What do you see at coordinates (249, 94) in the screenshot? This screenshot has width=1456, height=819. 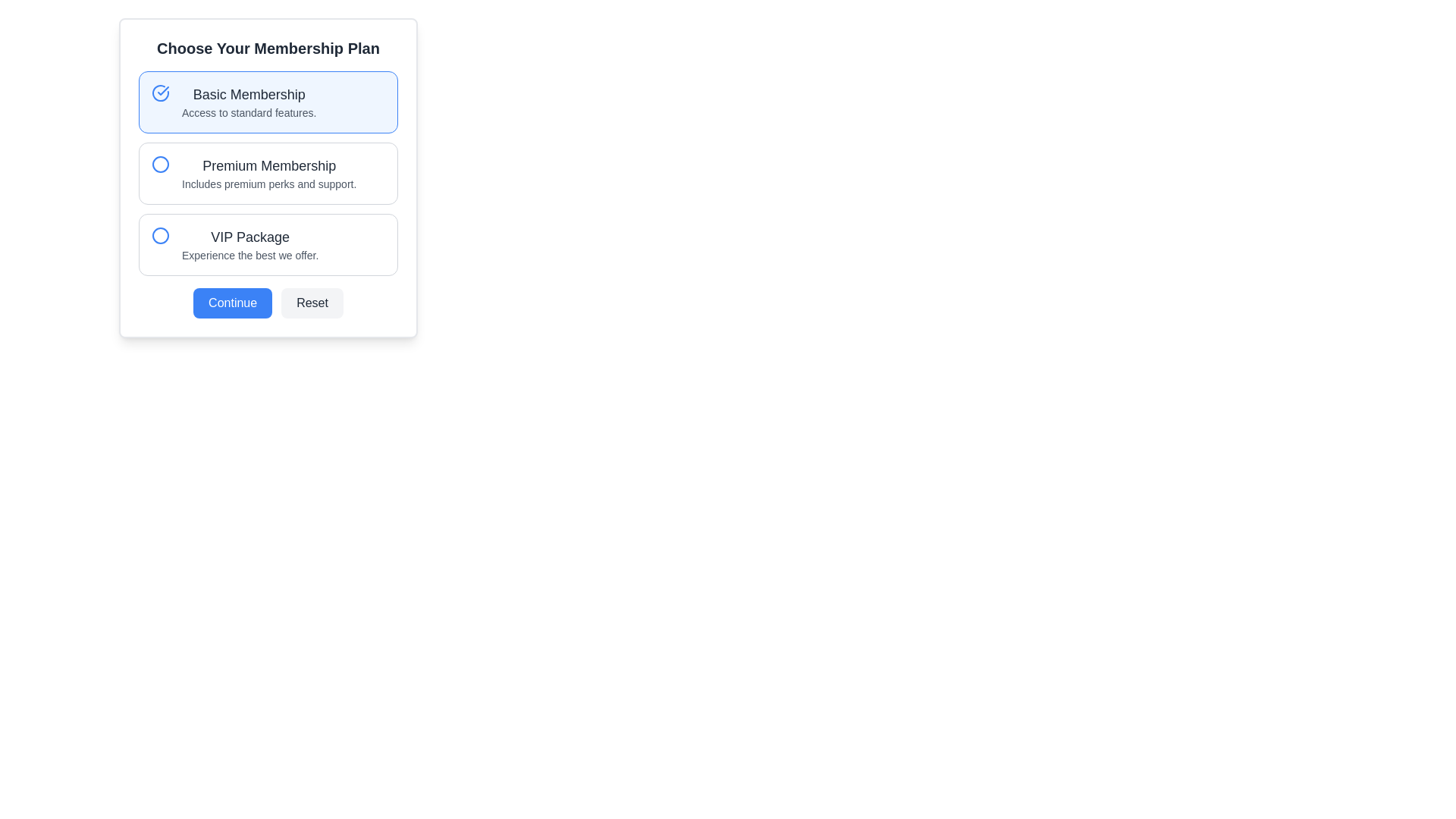 I see `the static text label that serves as the heading for the 'Basic Membership' selection card, positioned at the top-center of the card` at bounding box center [249, 94].